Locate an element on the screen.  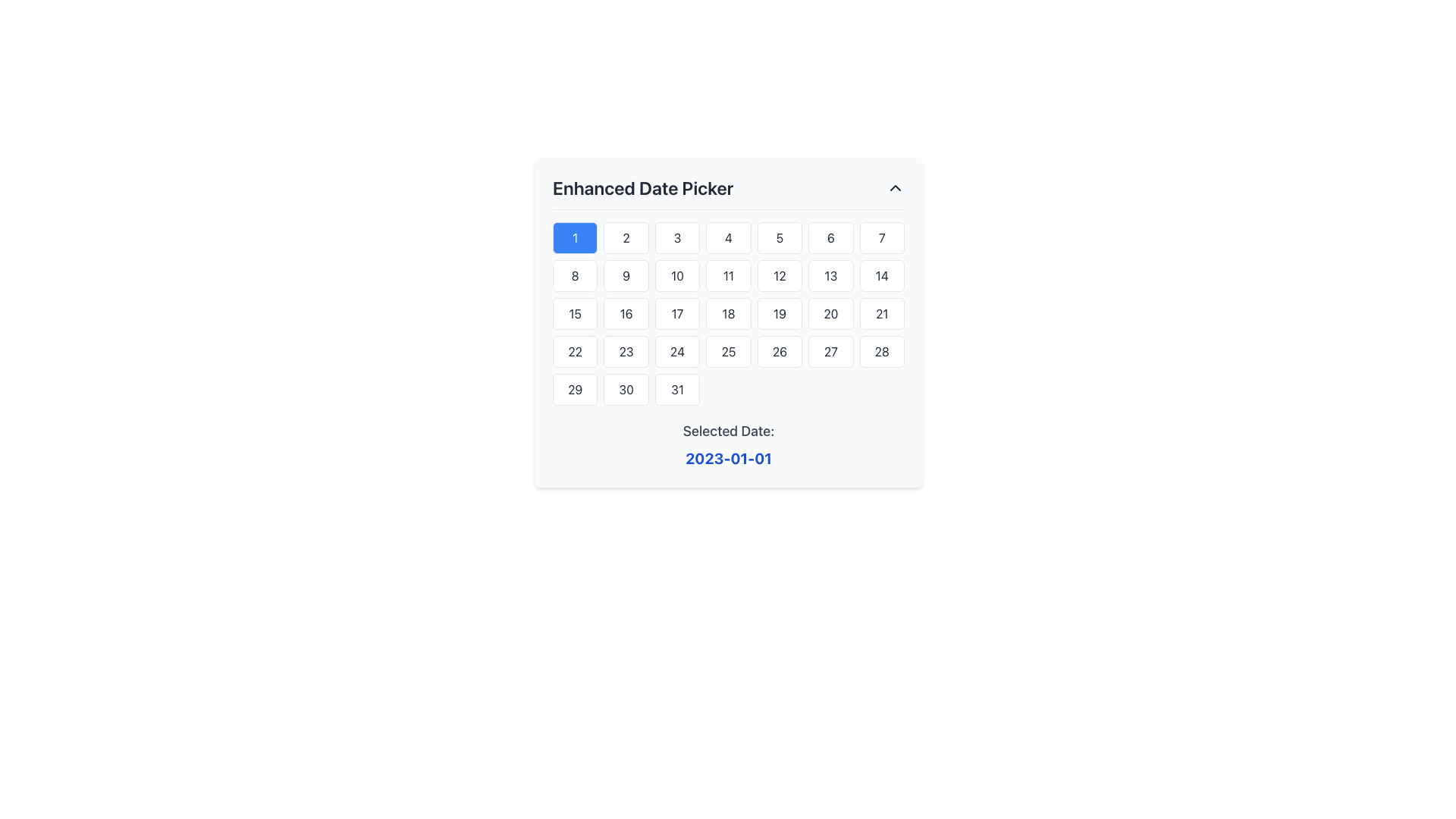
the Text display that shows the currently selected date, located below the 'Selected Date:' text component and centered in the interface is located at coordinates (728, 458).